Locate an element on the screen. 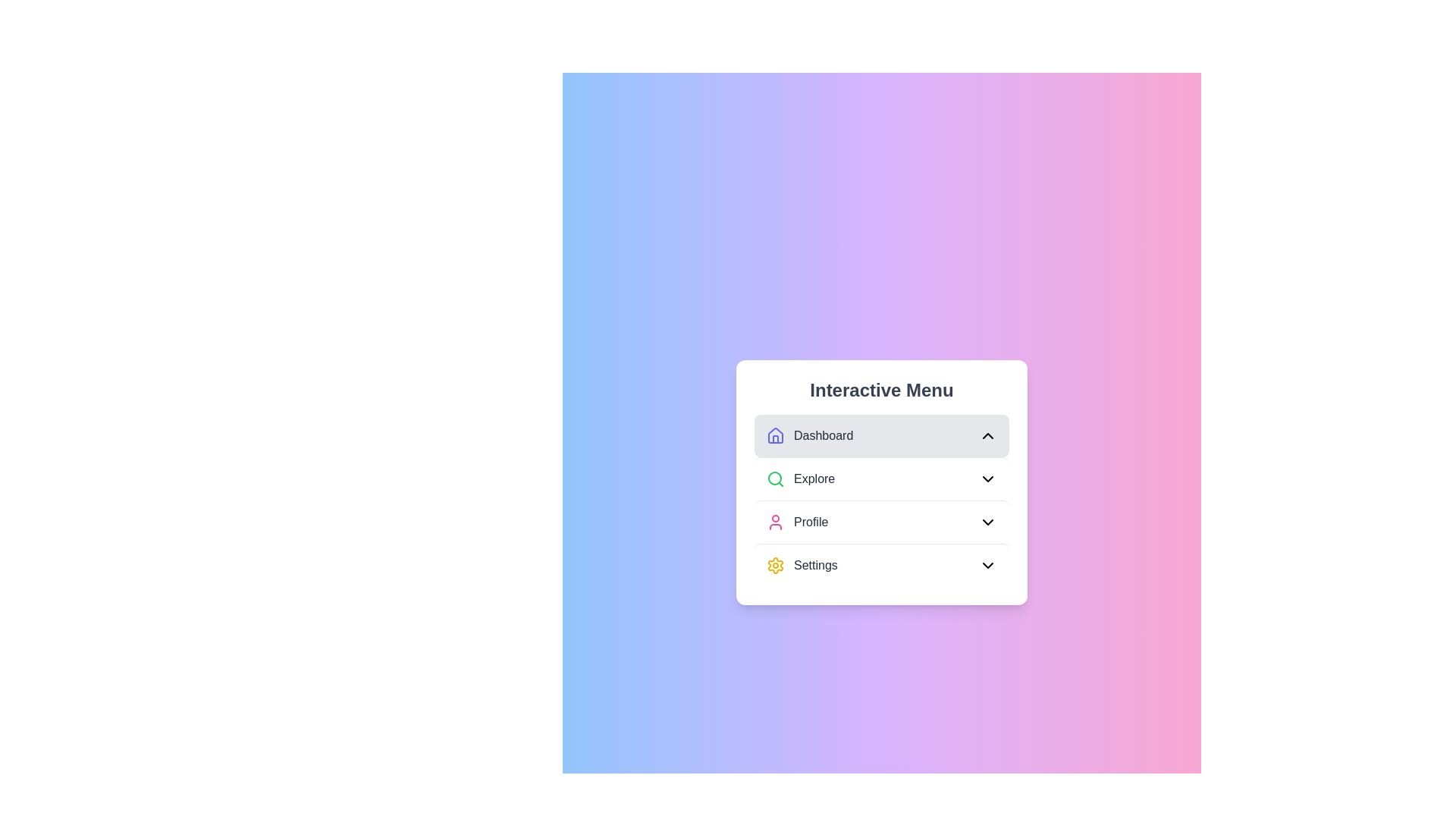  the menu item Profile to preview its interaction is located at coordinates (881, 520).